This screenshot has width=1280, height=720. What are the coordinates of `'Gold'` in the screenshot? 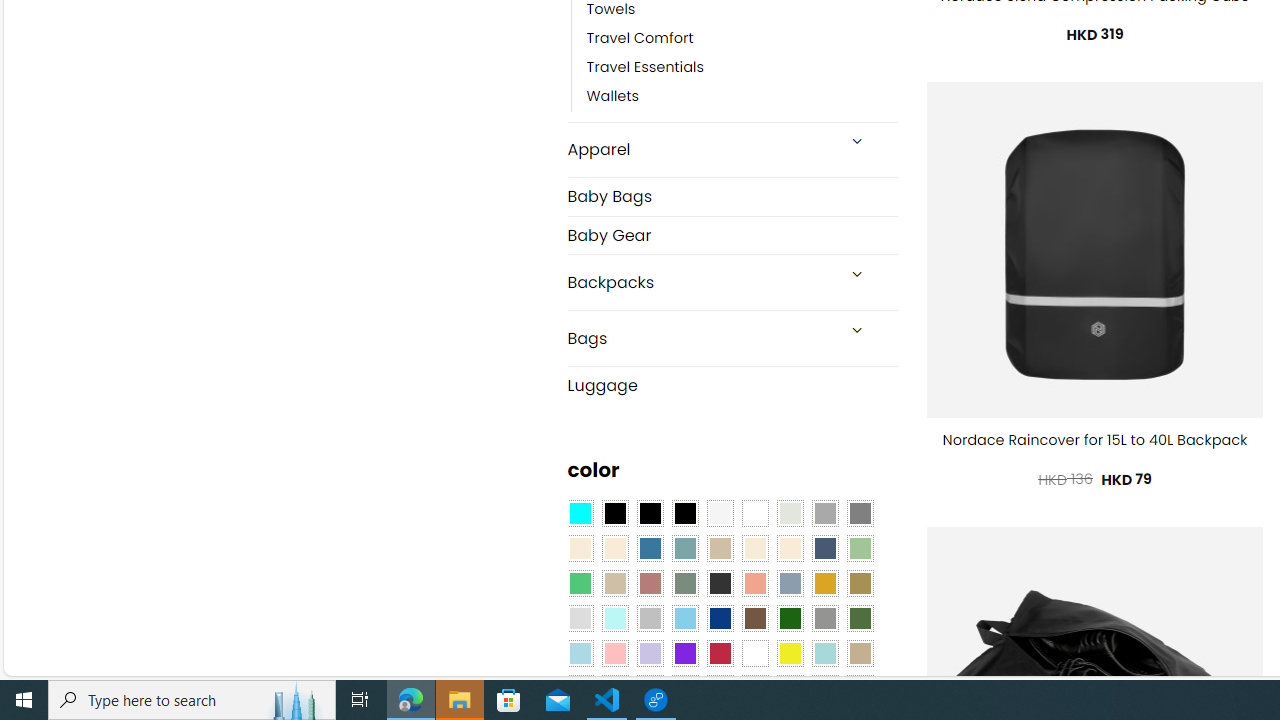 It's located at (824, 583).